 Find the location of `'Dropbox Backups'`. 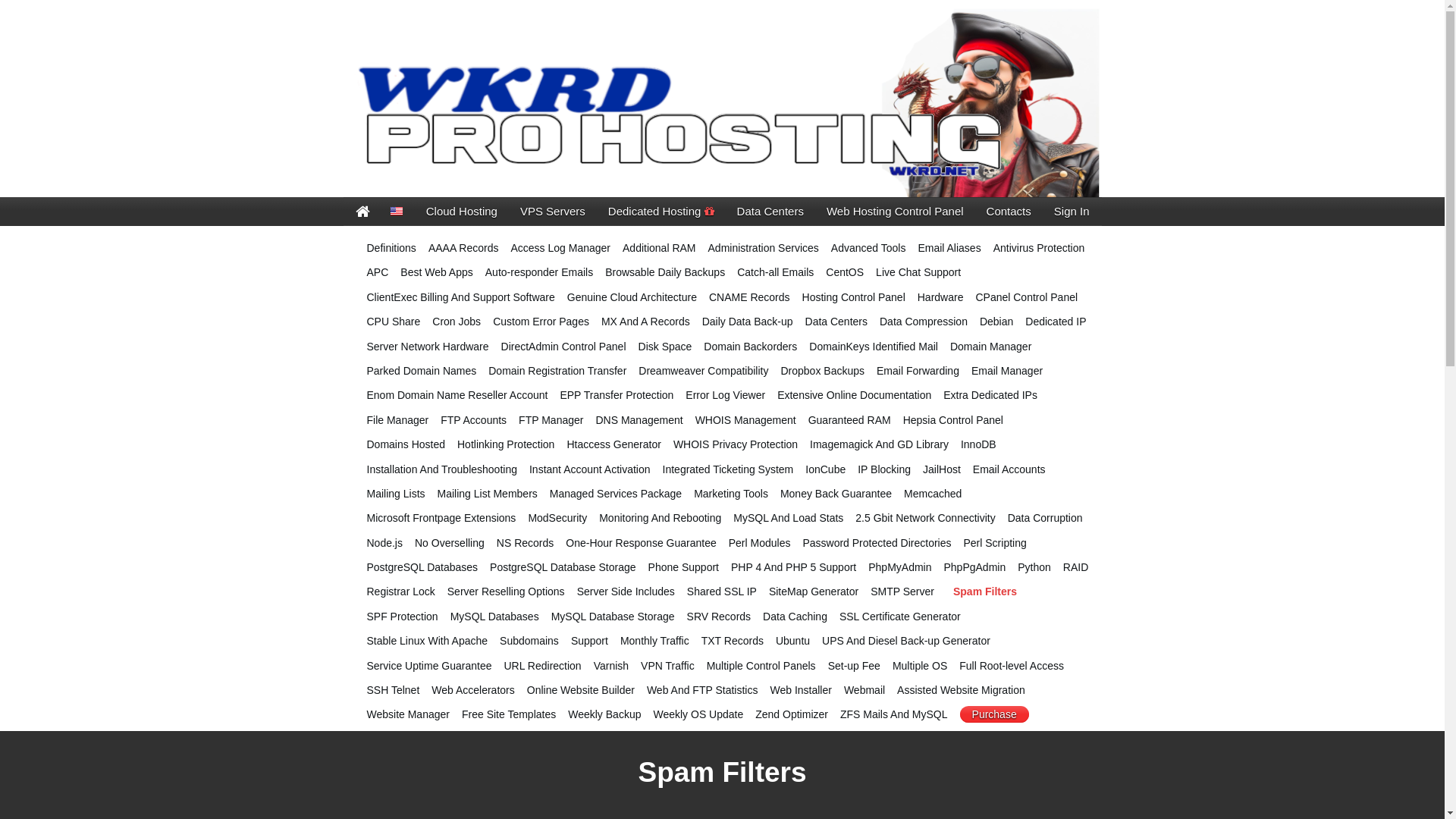

'Dropbox Backups' is located at coordinates (821, 371).